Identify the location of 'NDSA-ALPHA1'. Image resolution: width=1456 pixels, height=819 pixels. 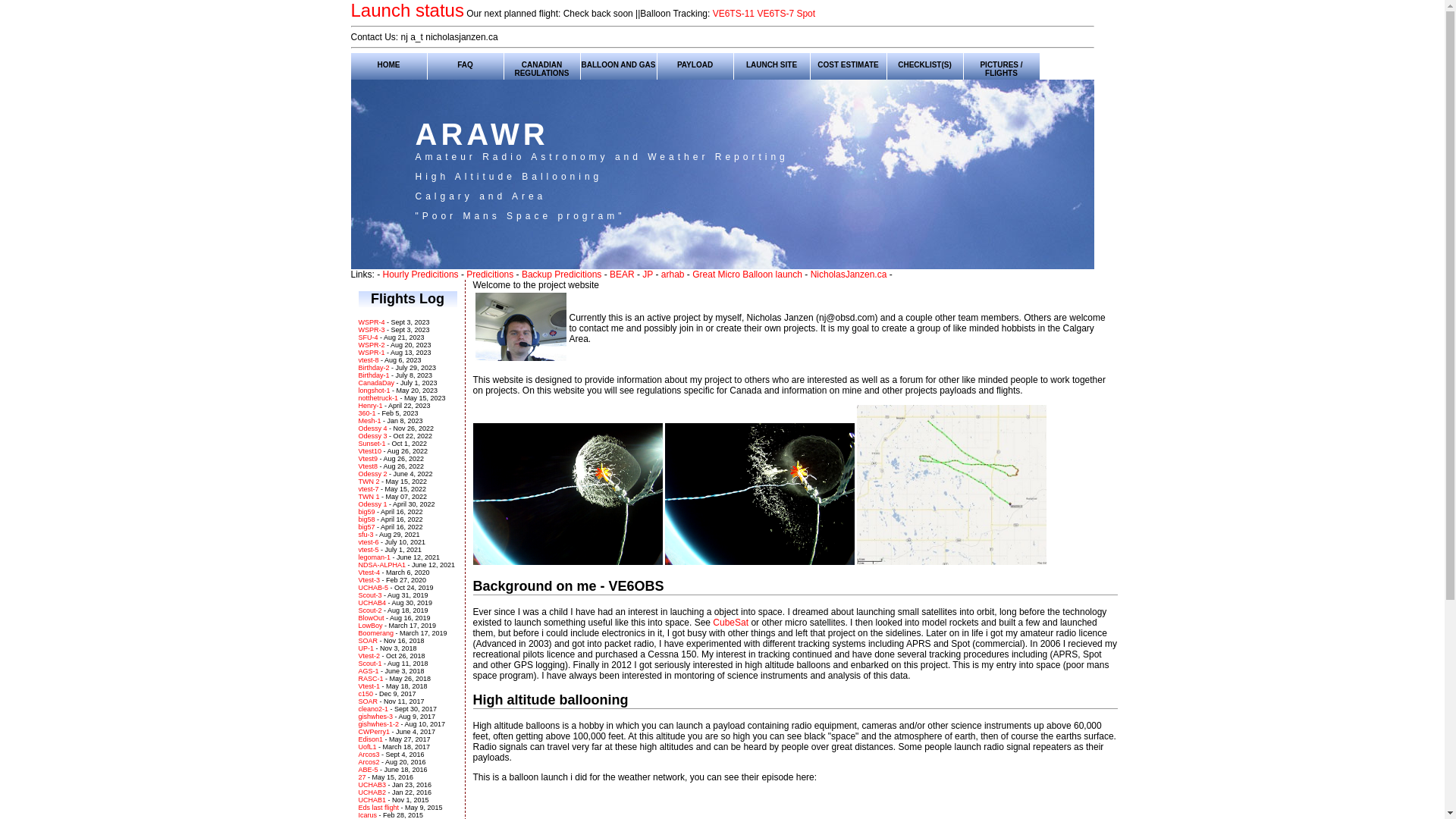
(356, 564).